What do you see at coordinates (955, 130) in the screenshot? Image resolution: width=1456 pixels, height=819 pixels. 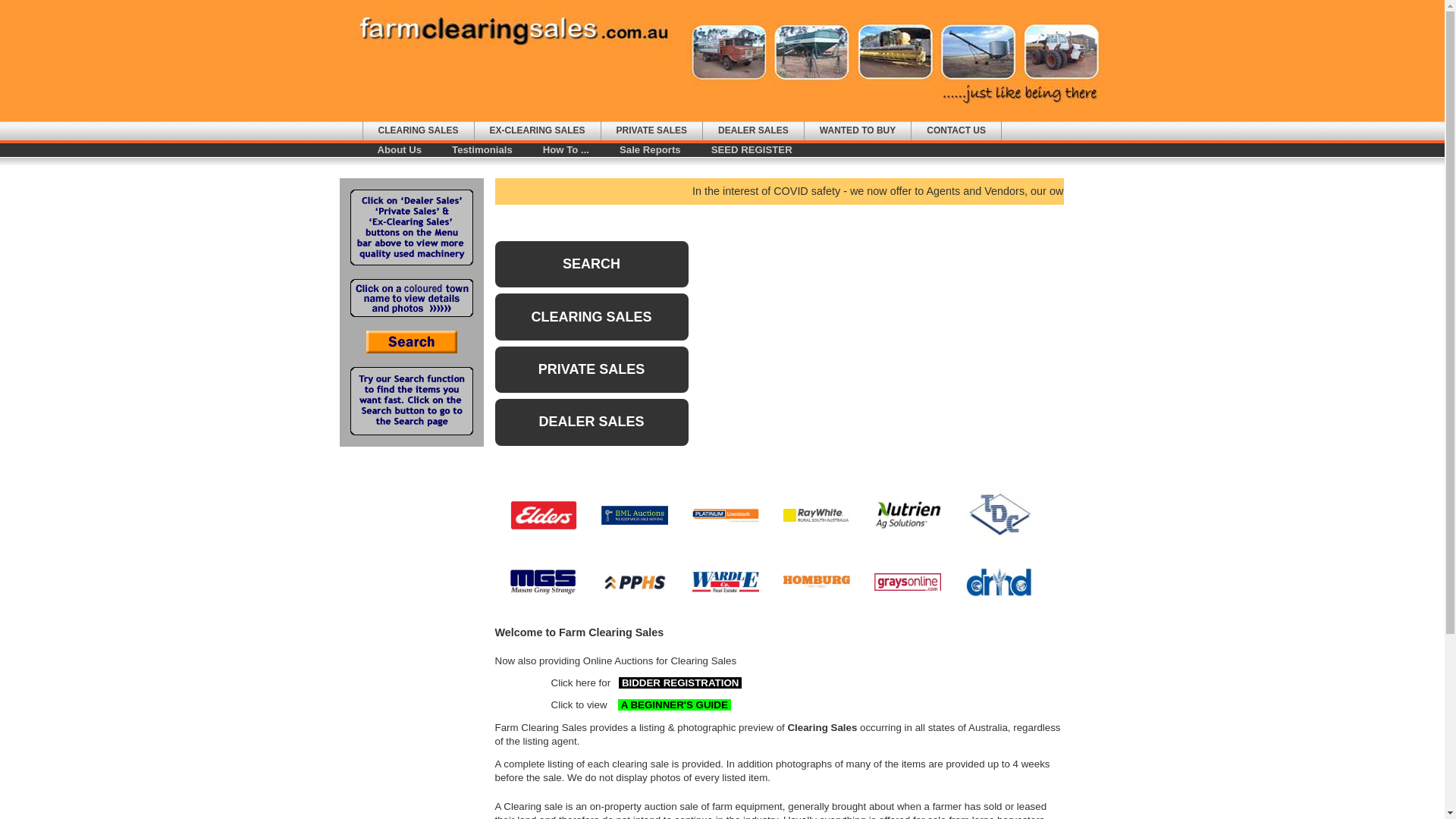 I see `'CONTACT US'` at bounding box center [955, 130].